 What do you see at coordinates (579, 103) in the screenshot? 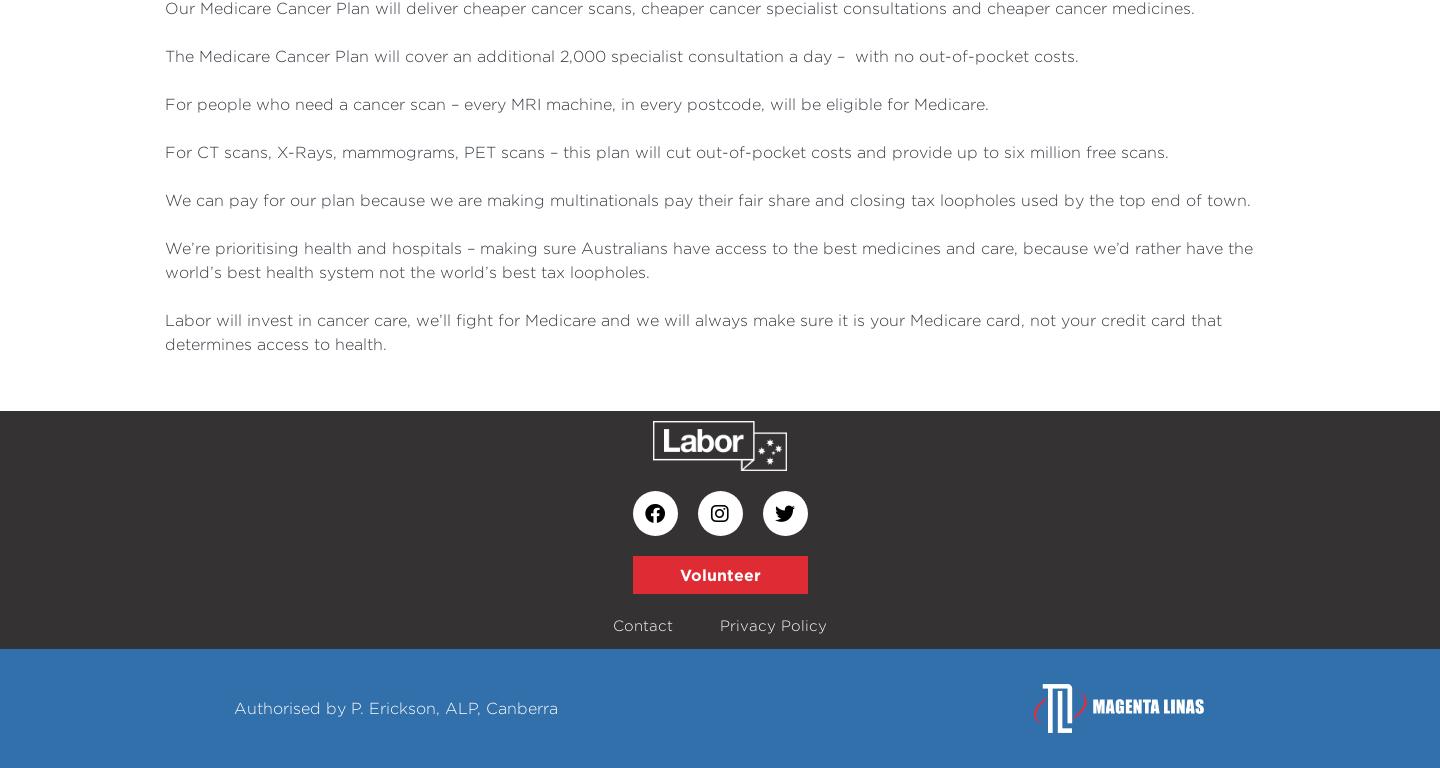
I see `'For people who need a cancer scan – every MRI machine, in every postcode, will be eligible for Medicare.'` at bounding box center [579, 103].